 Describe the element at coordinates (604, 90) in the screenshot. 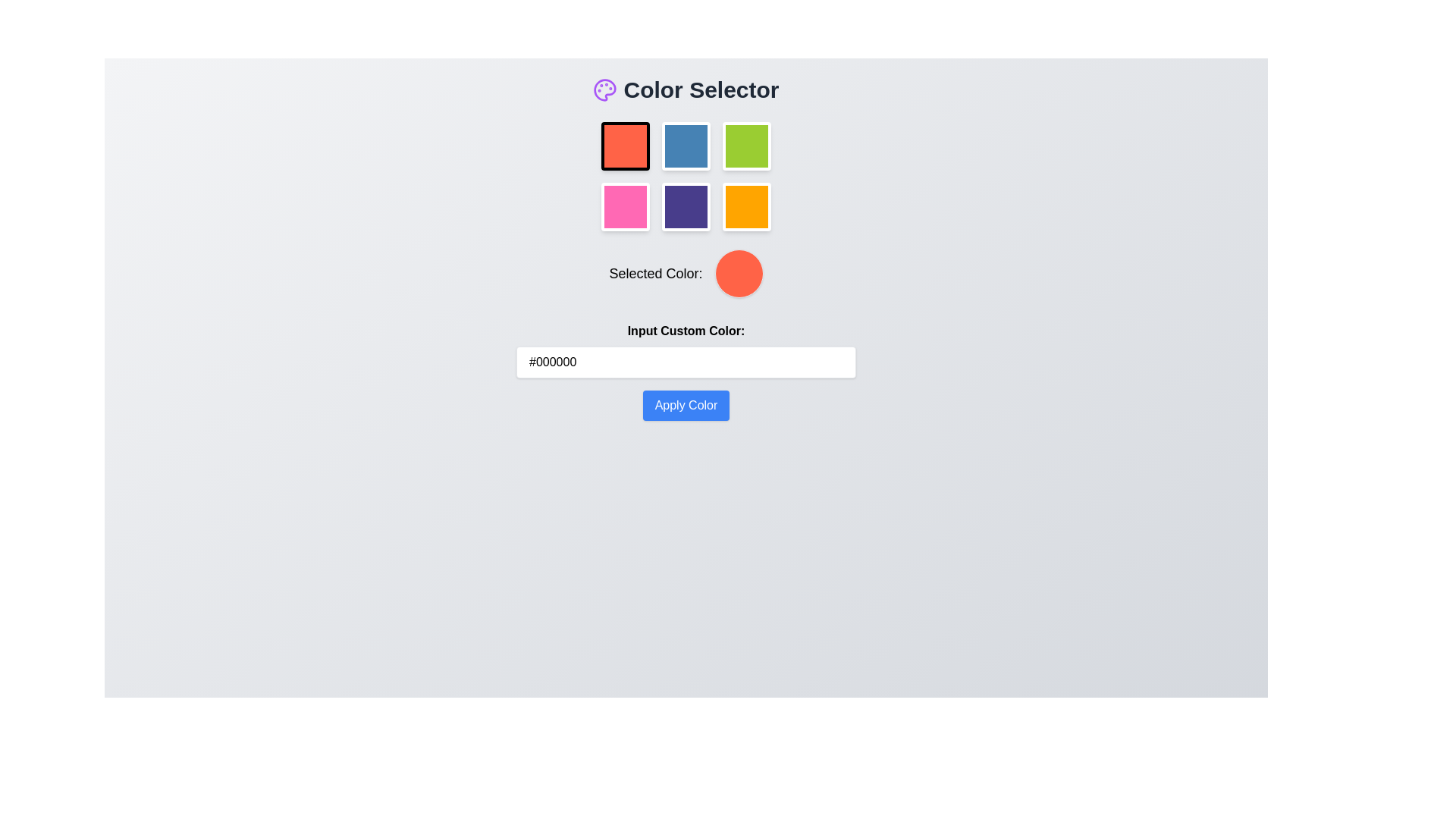

I see `the purple painter's palette icon located to the left of the 'Color Selector' title` at that location.